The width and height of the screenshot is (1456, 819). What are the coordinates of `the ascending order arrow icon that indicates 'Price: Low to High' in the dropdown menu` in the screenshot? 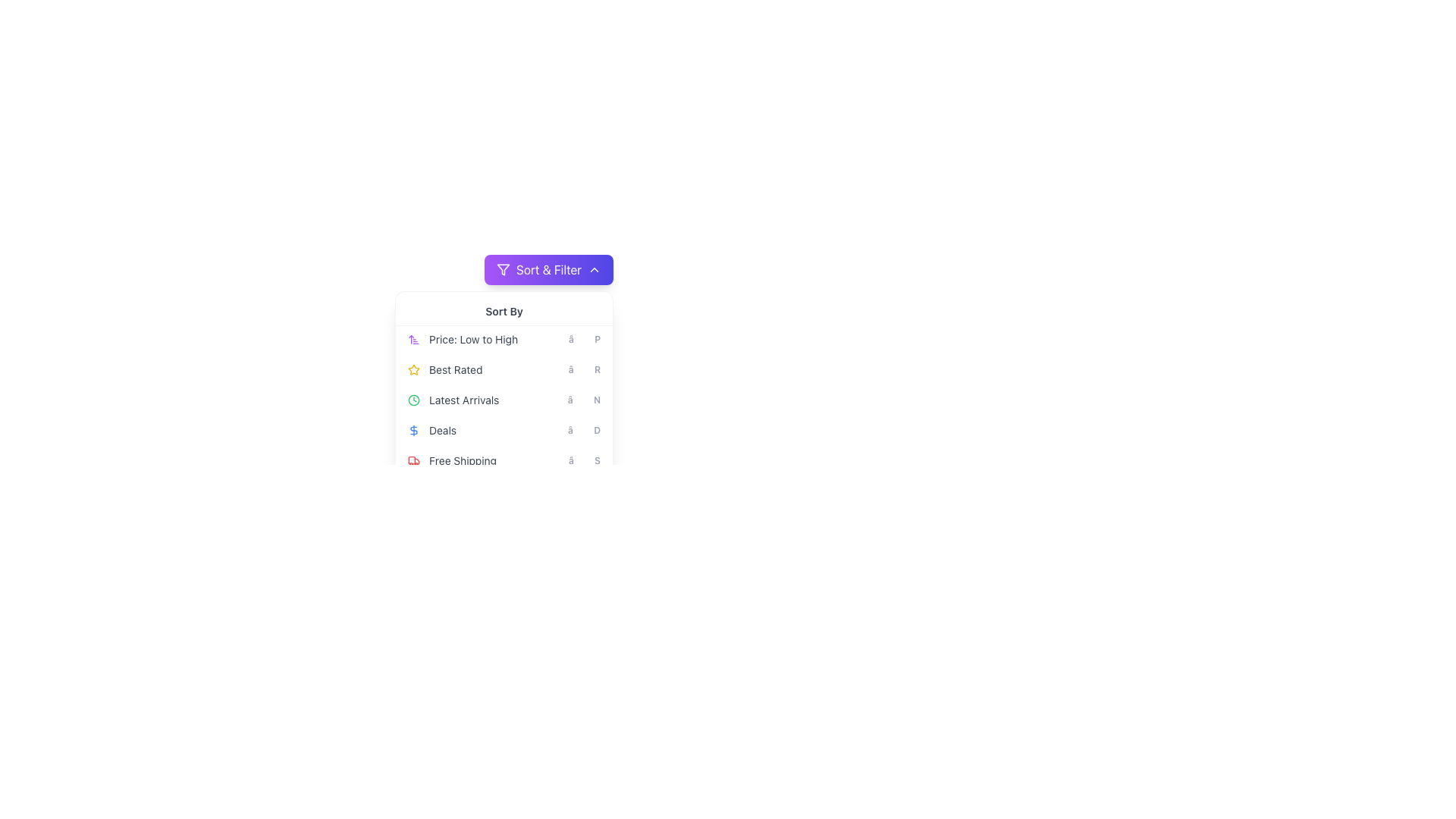 It's located at (414, 338).